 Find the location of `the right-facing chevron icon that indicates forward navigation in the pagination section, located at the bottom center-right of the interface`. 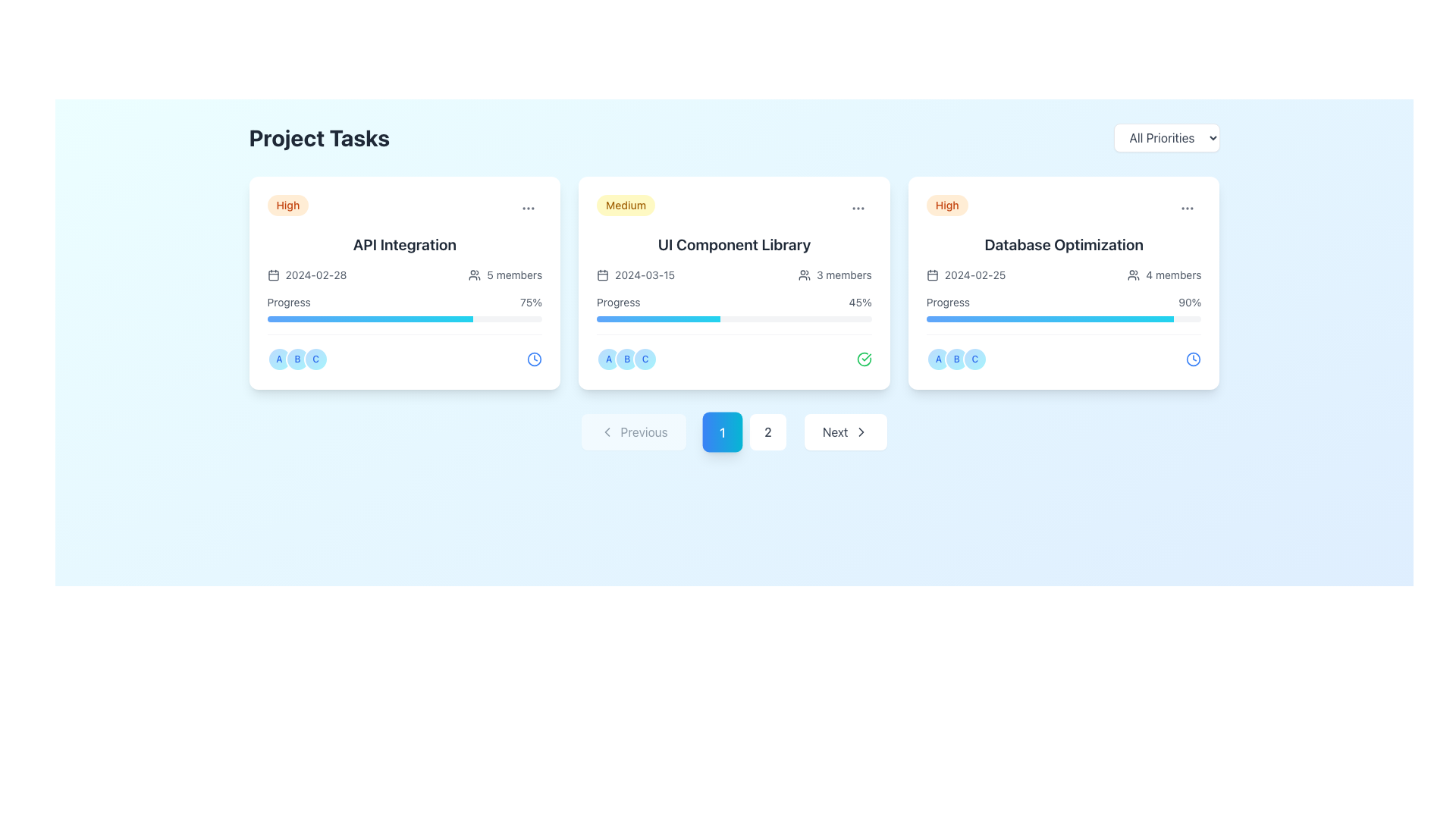

the right-facing chevron icon that indicates forward navigation in the pagination section, located at the bottom center-right of the interface is located at coordinates (861, 432).